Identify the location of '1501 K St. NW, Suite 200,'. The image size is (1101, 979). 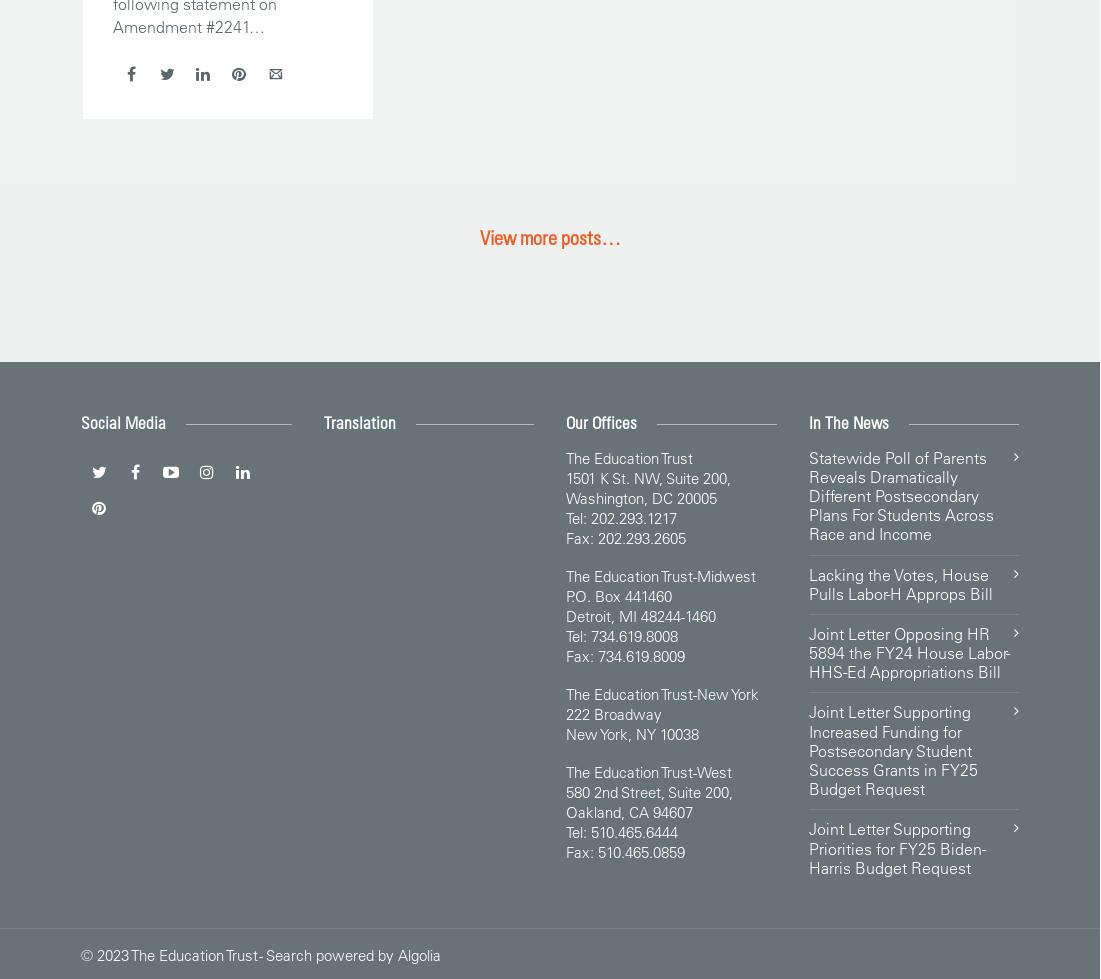
(647, 477).